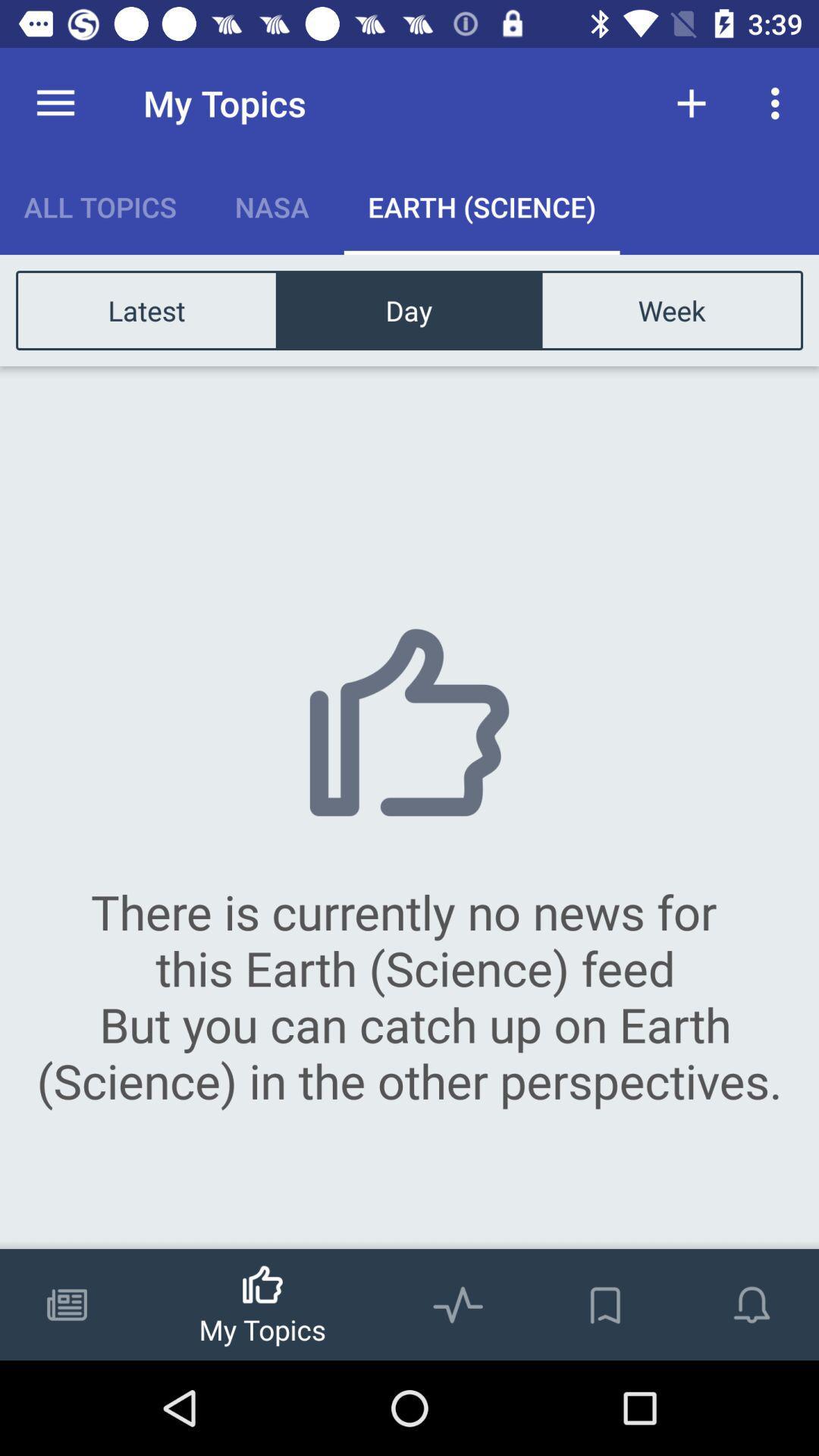 This screenshot has width=819, height=1456. I want to click on item above the there is currently item, so click(408, 309).